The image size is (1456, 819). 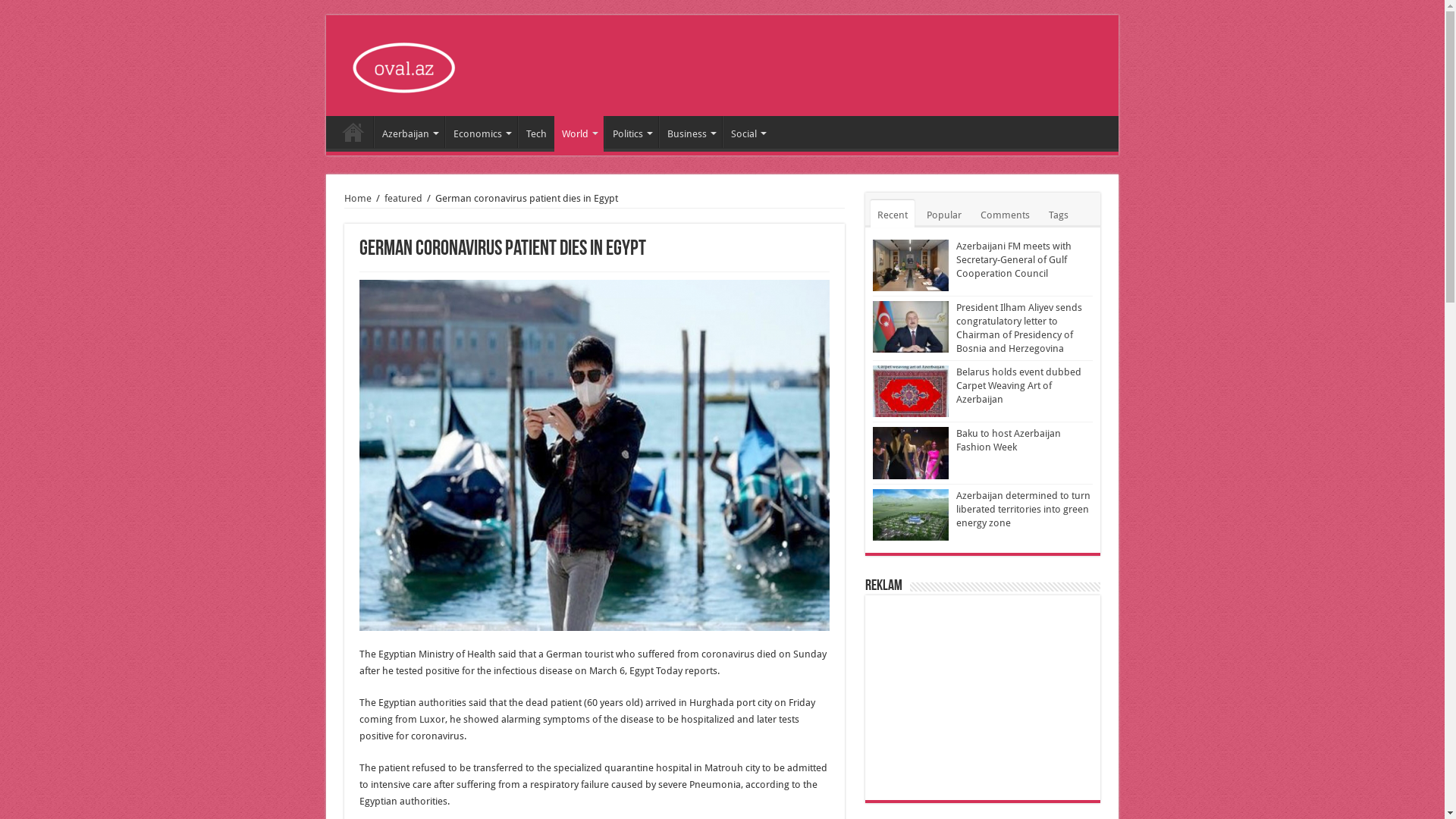 What do you see at coordinates (352, 130) in the screenshot?
I see `'Home'` at bounding box center [352, 130].